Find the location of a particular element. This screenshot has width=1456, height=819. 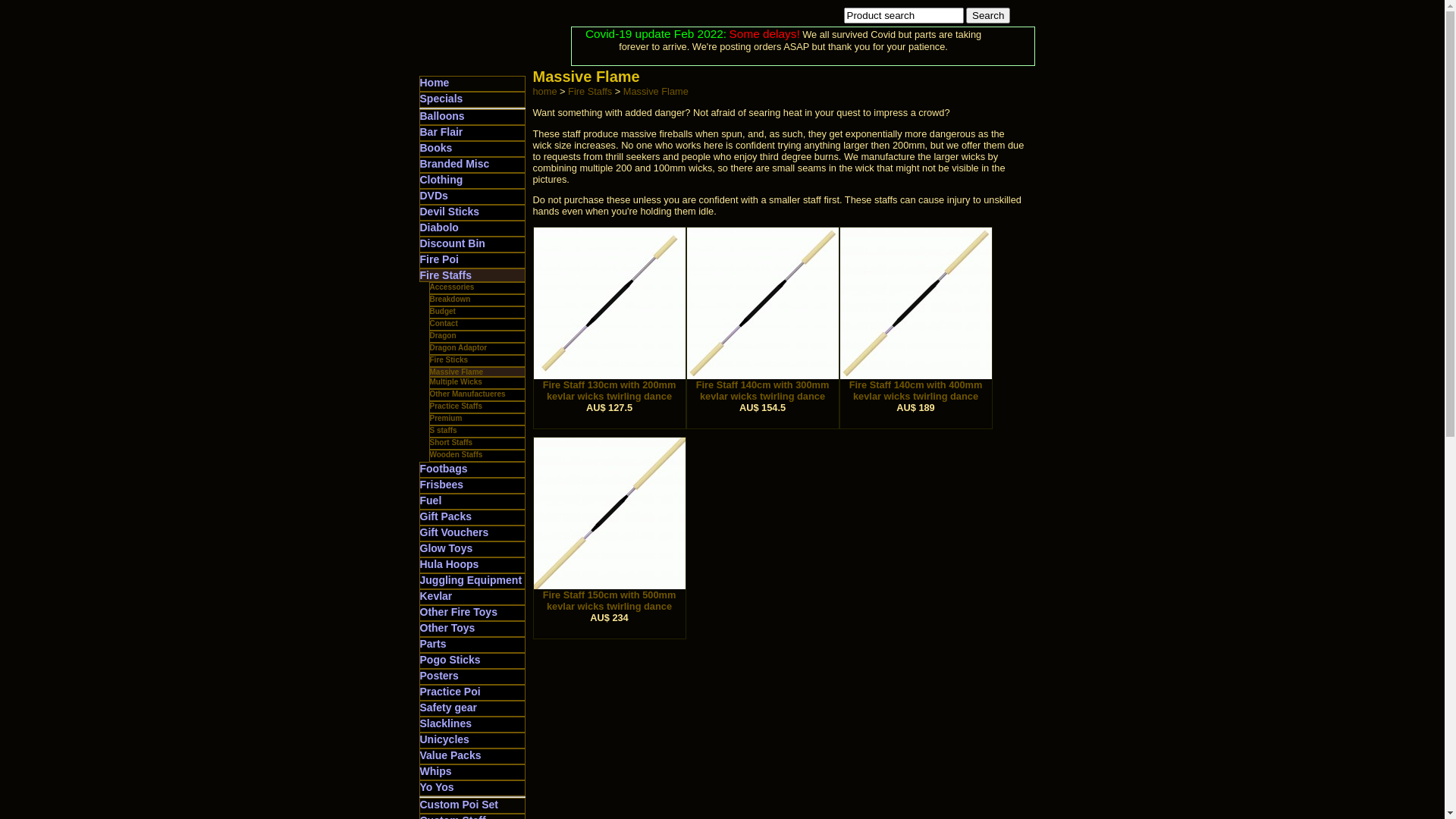

'Clothing' is located at coordinates (441, 178).